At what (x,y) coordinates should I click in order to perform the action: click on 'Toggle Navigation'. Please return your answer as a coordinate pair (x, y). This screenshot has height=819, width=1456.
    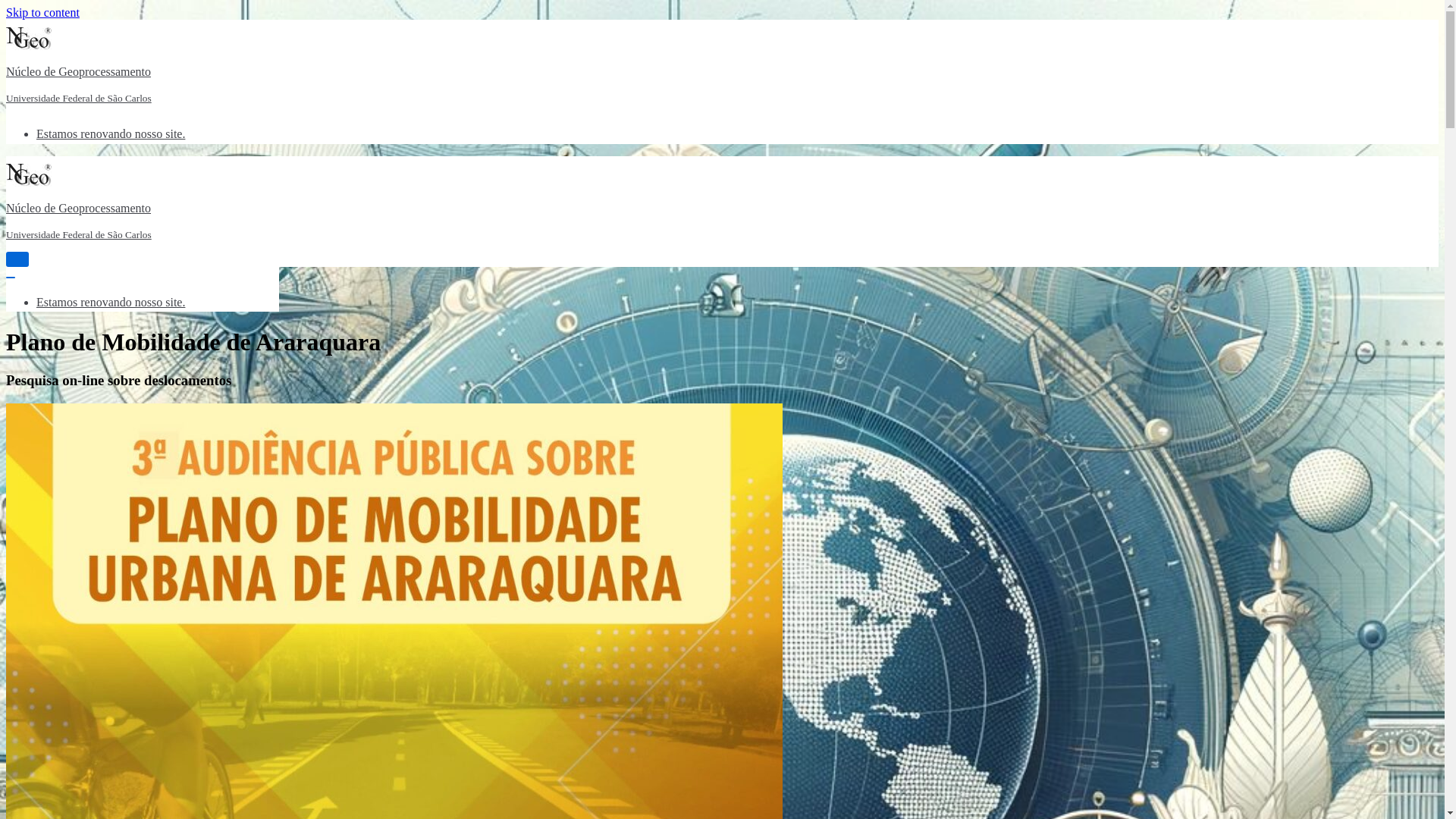
    Looking at the image, I should click on (17, 259).